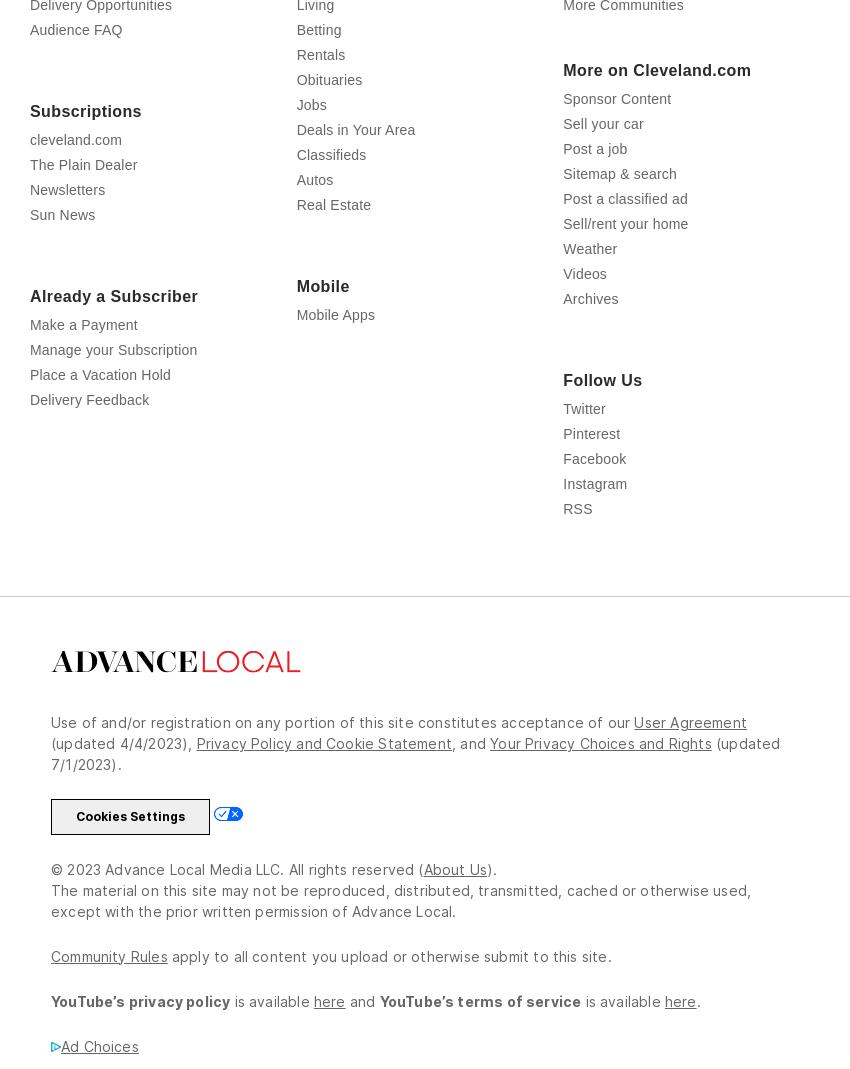 The width and height of the screenshot is (850, 1069). What do you see at coordinates (563, 292) in the screenshot?
I see `'Weather'` at bounding box center [563, 292].